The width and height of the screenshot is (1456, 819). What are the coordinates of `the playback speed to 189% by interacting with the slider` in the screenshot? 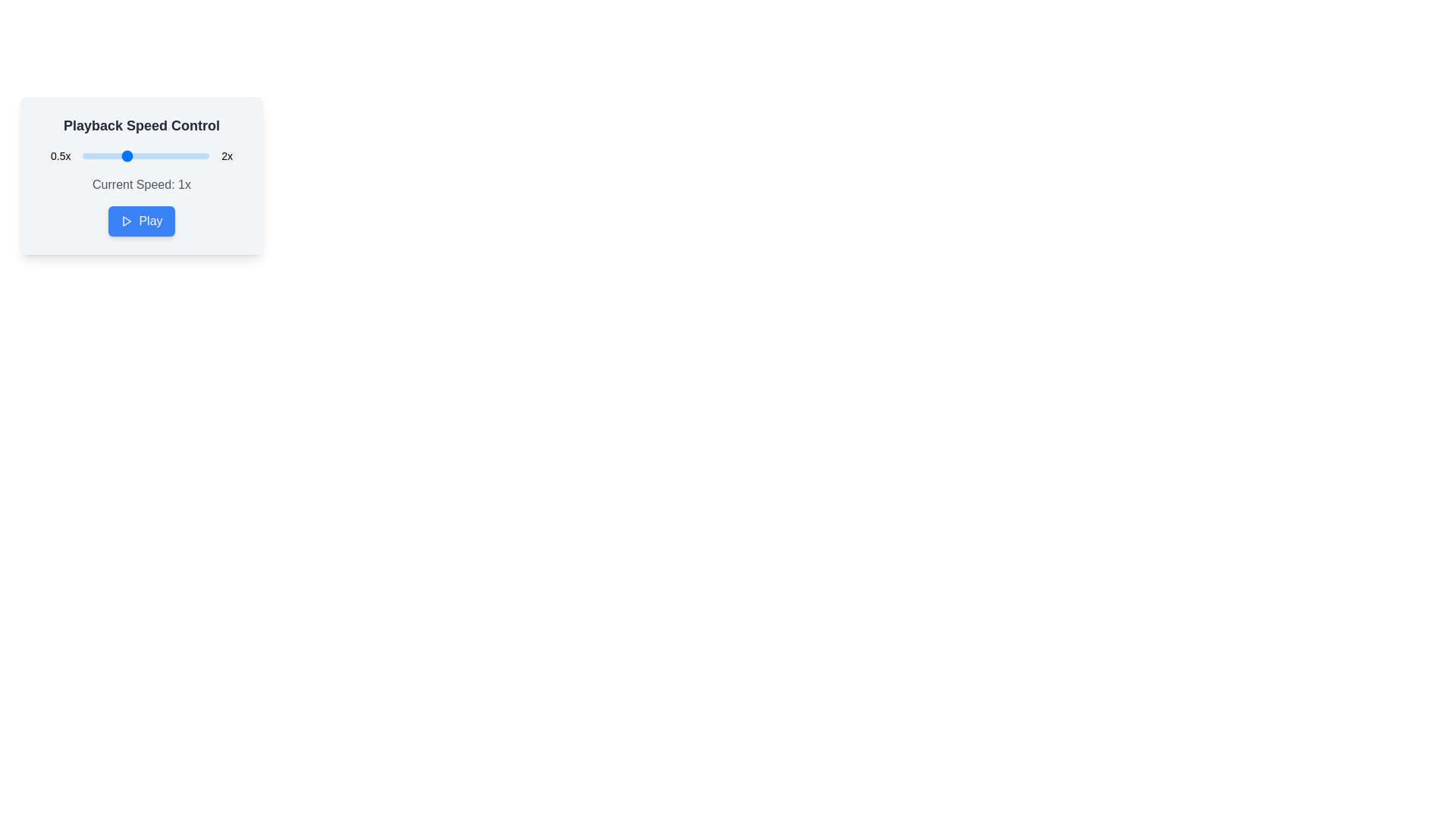 It's located at (199, 155).